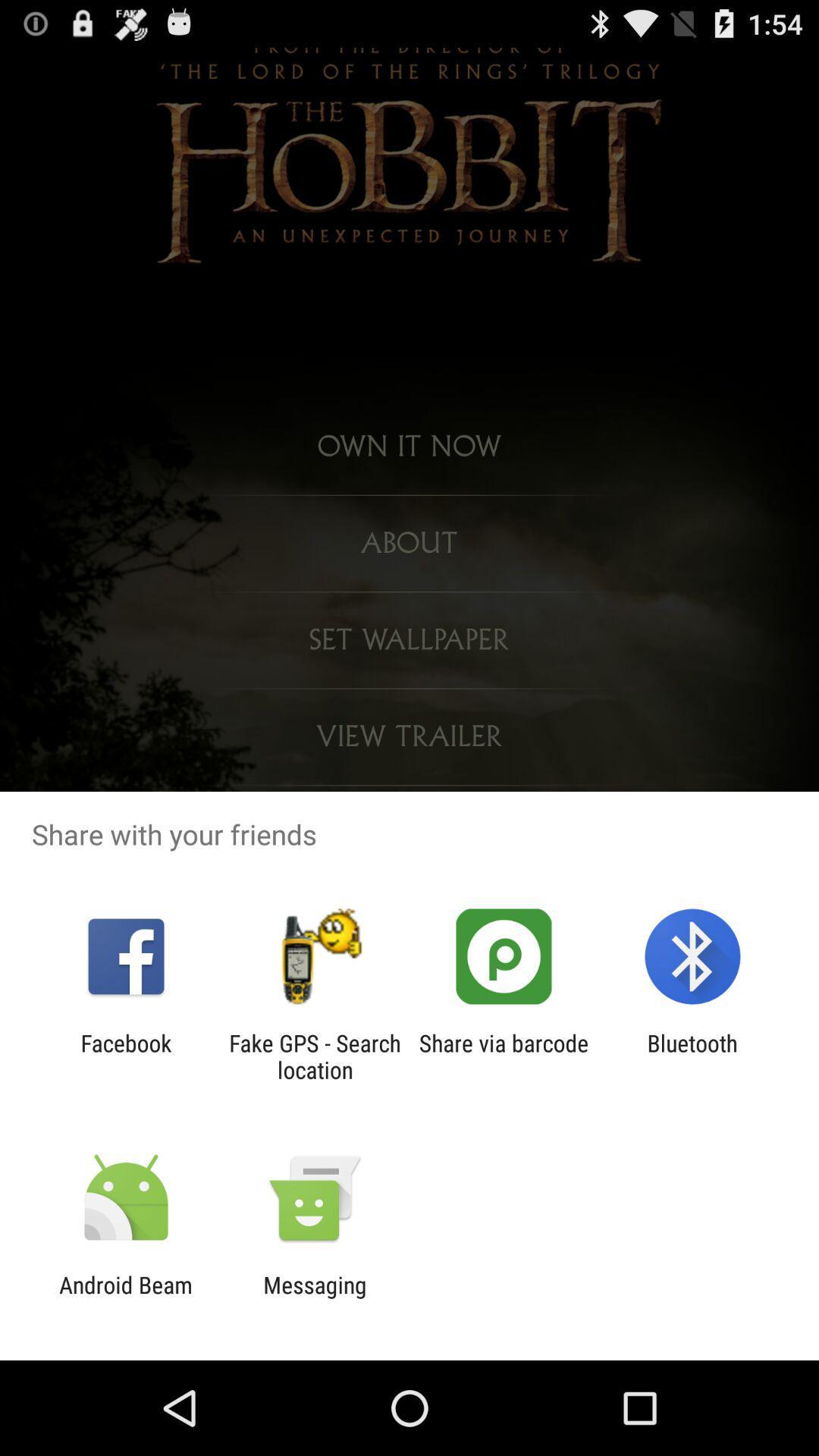  I want to click on item to the right of android beam, so click(314, 1298).